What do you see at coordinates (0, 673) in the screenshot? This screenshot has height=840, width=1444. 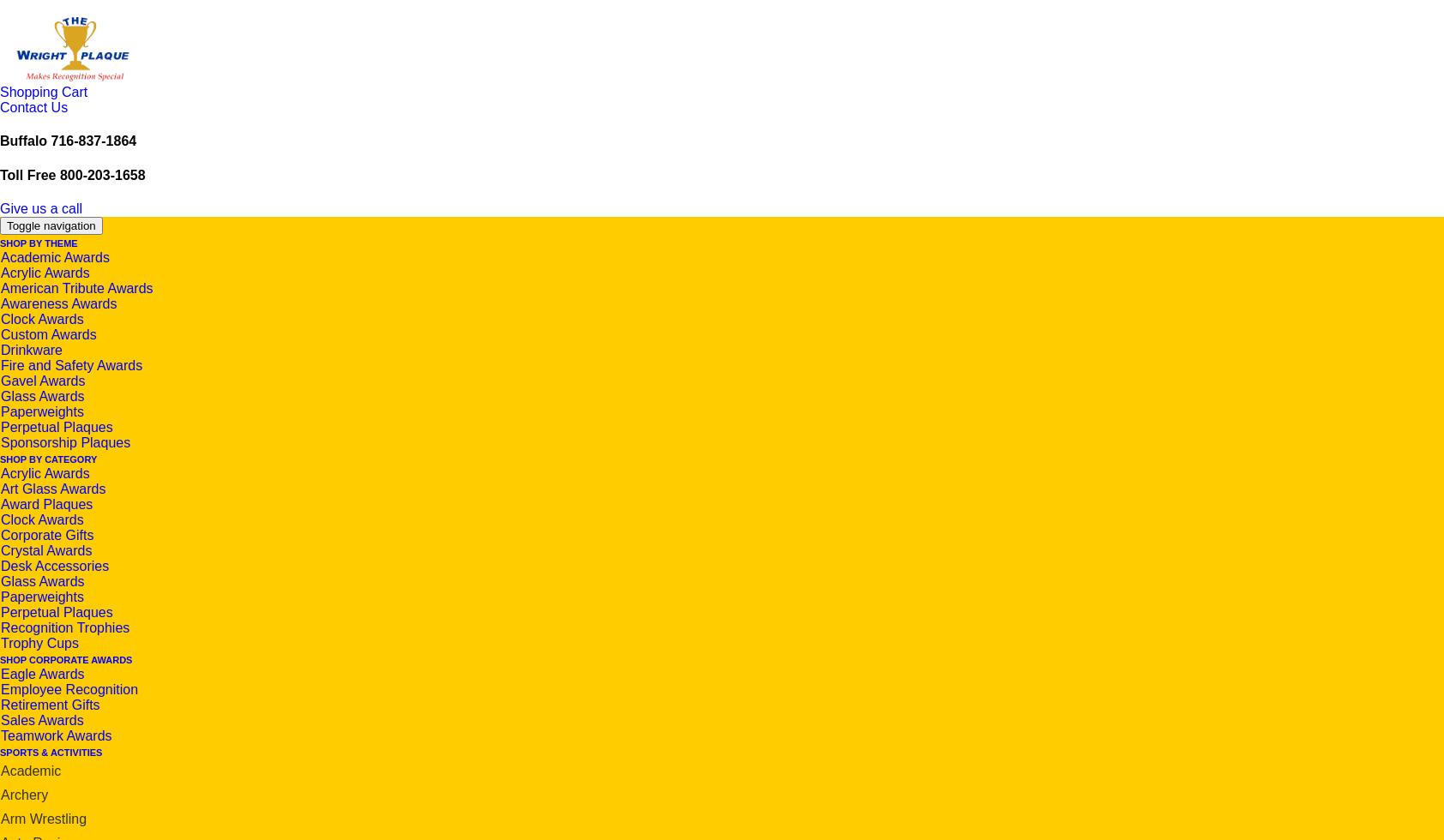 I see `'Eagle Awards'` at bounding box center [0, 673].